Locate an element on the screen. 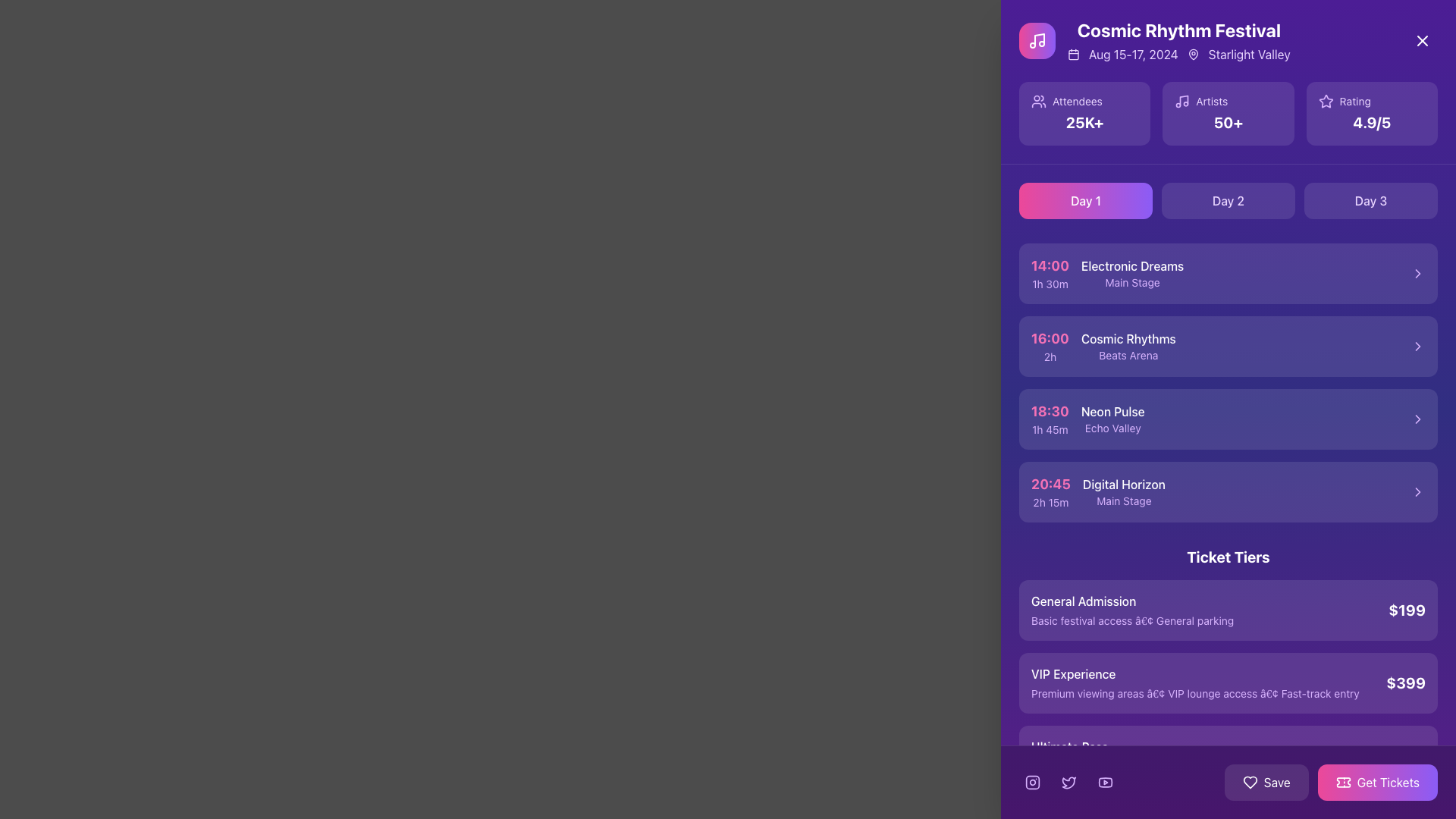 The height and width of the screenshot is (819, 1456). numeric value displayed in the Text Content Display under the 'Attendees' label, which shows the number of attendees formatted with a 'K+' suffix is located at coordinates (1084, 122).